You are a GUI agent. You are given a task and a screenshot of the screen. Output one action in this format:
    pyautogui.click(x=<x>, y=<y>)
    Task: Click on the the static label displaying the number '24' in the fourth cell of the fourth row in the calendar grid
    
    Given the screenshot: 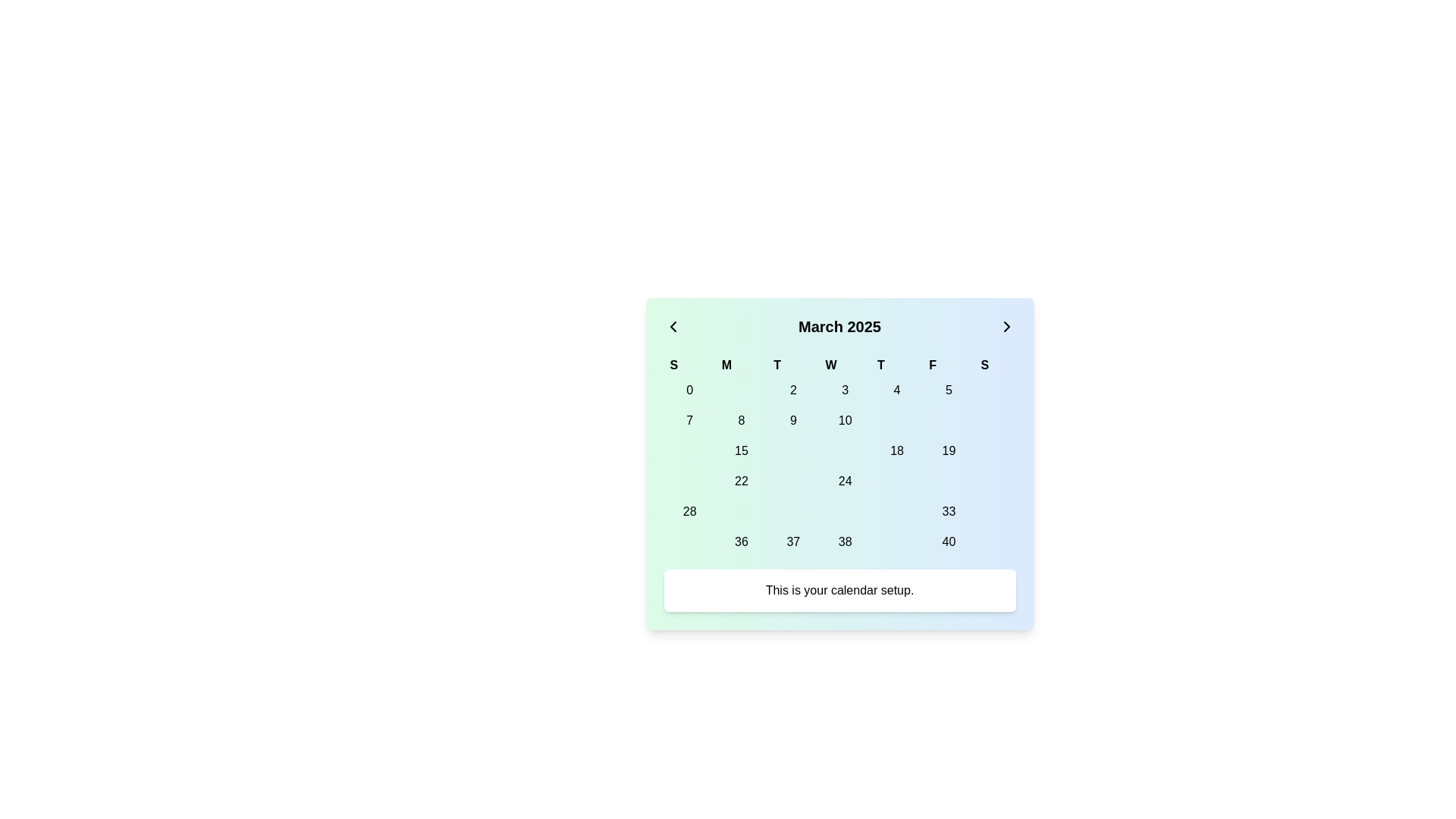 What is the action you would take?
    pyautogui.click(x=844, y=482)
    